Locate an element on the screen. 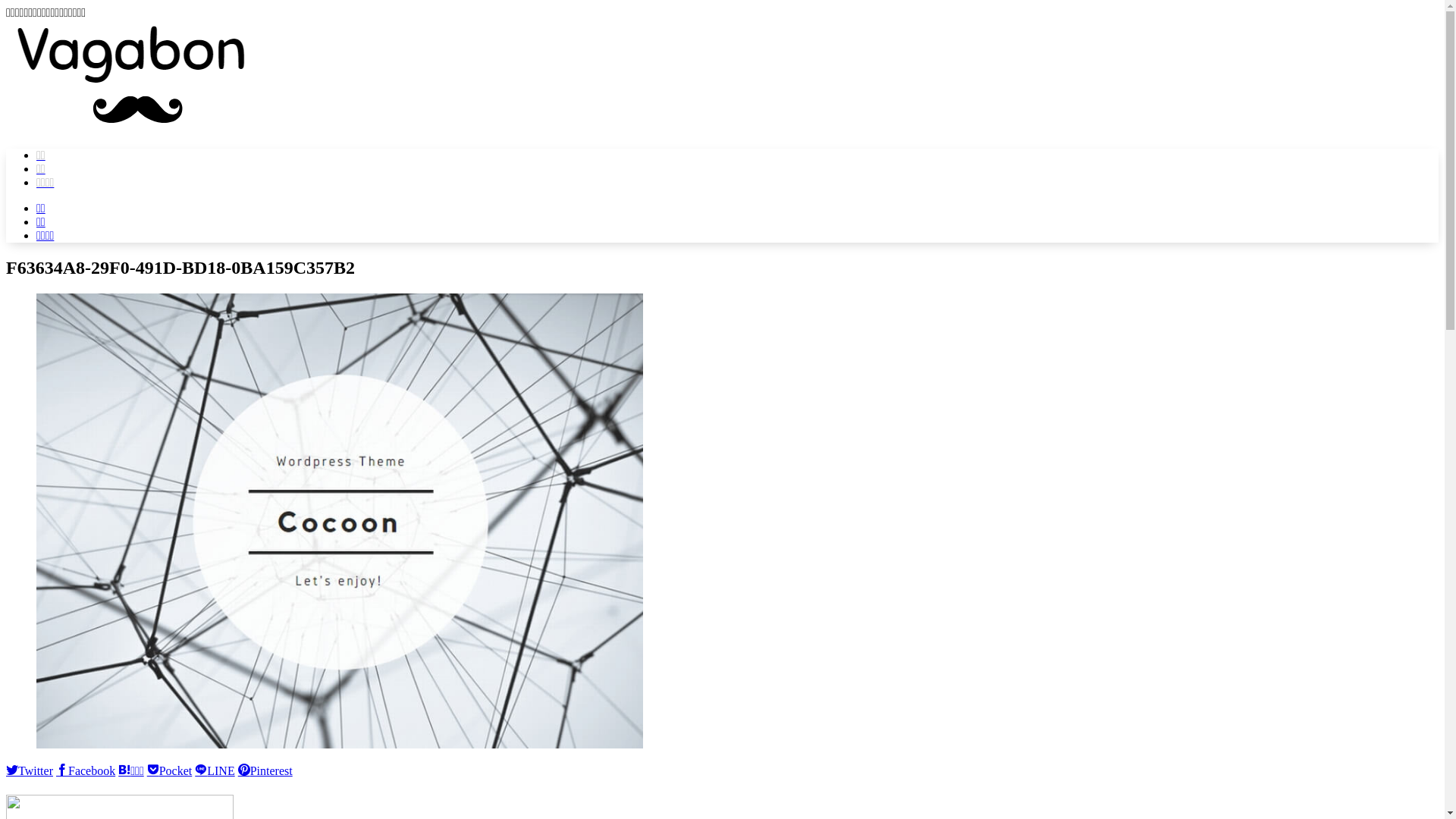 The image size is (1456, 819). 'Facebook' is located at coordinates (85, 770).